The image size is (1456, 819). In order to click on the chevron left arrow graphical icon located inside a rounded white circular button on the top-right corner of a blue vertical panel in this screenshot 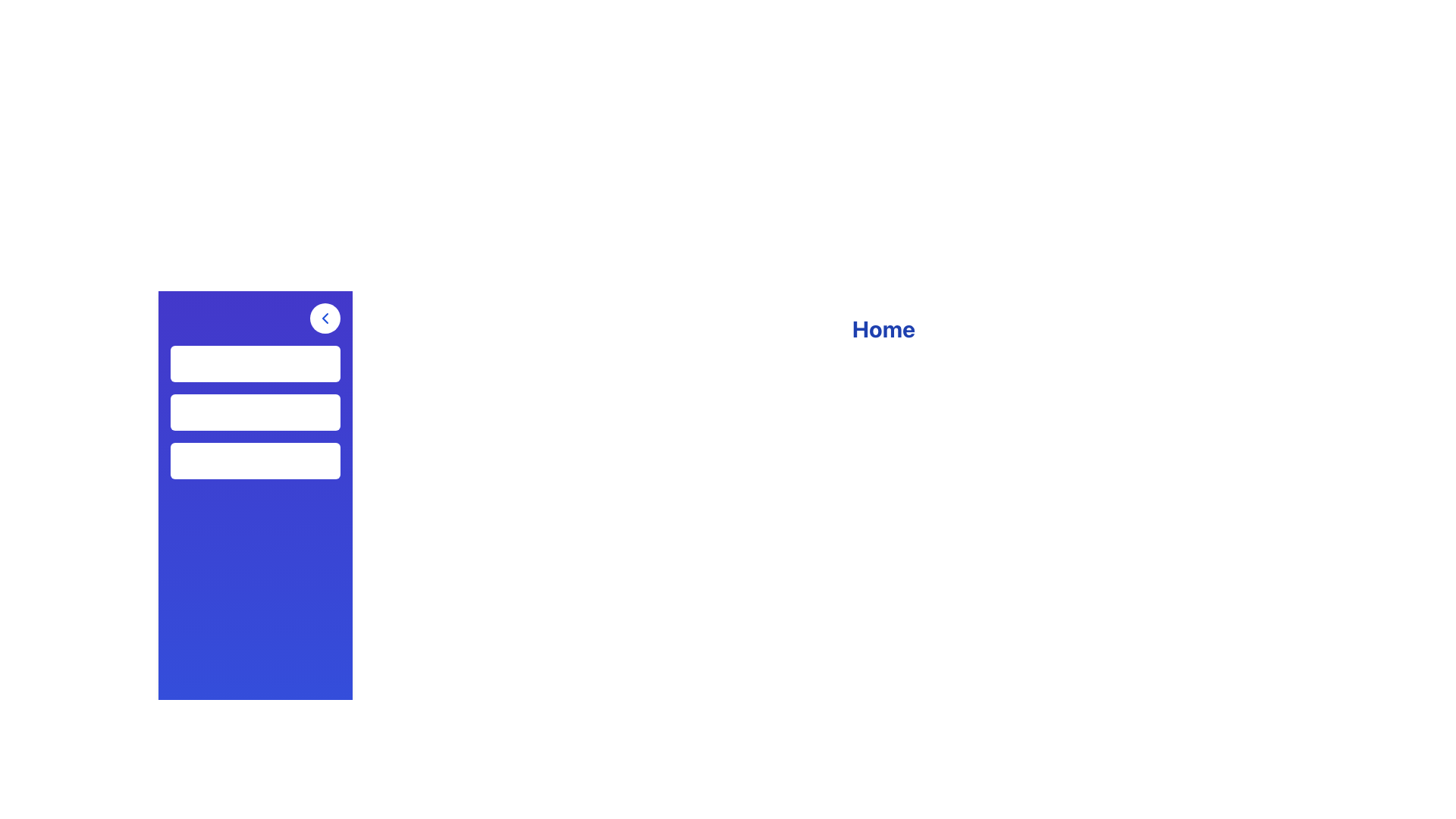, I will do `click(324, 318)`.